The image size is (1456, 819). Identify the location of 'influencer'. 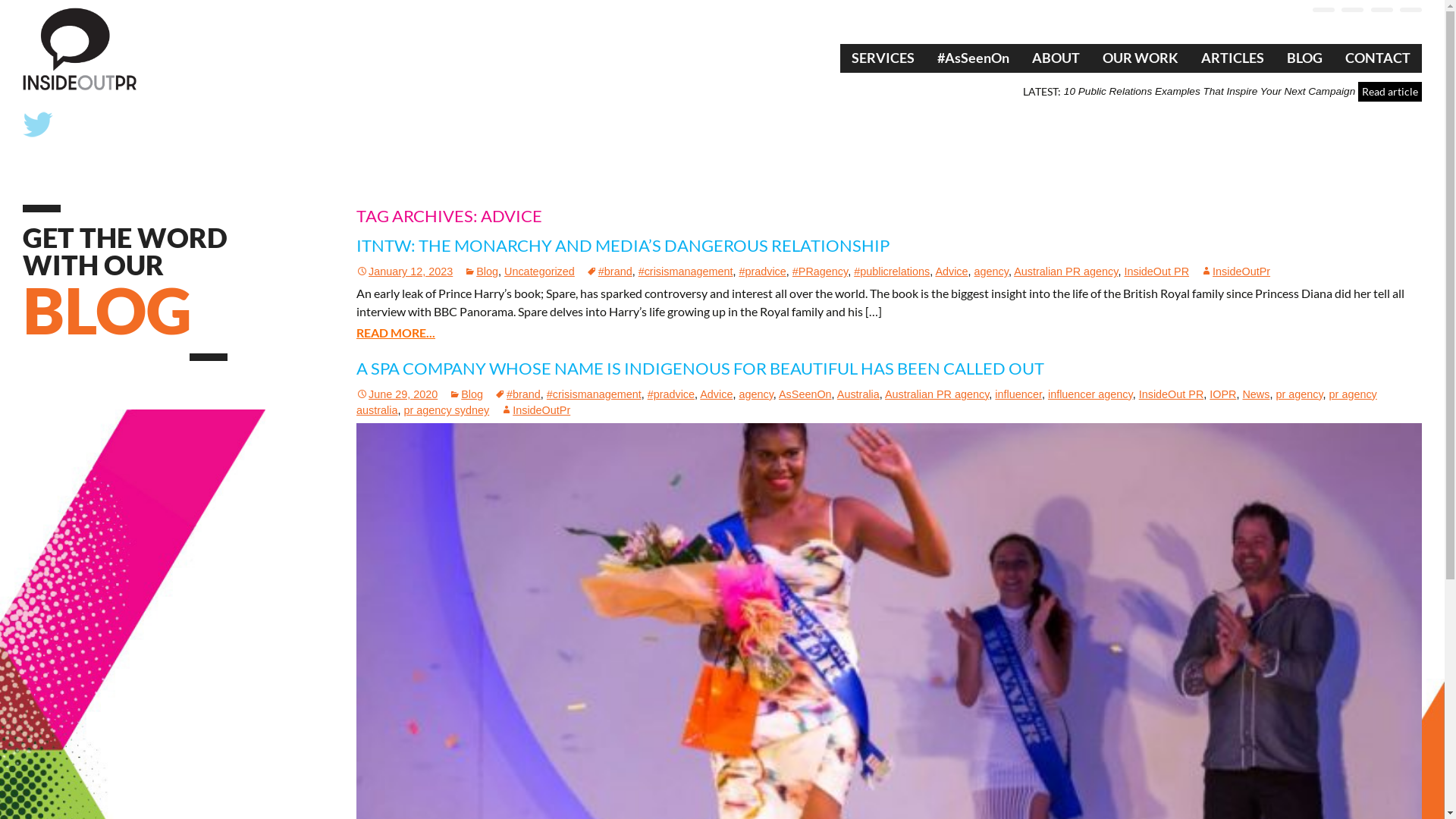
(1018, 394).